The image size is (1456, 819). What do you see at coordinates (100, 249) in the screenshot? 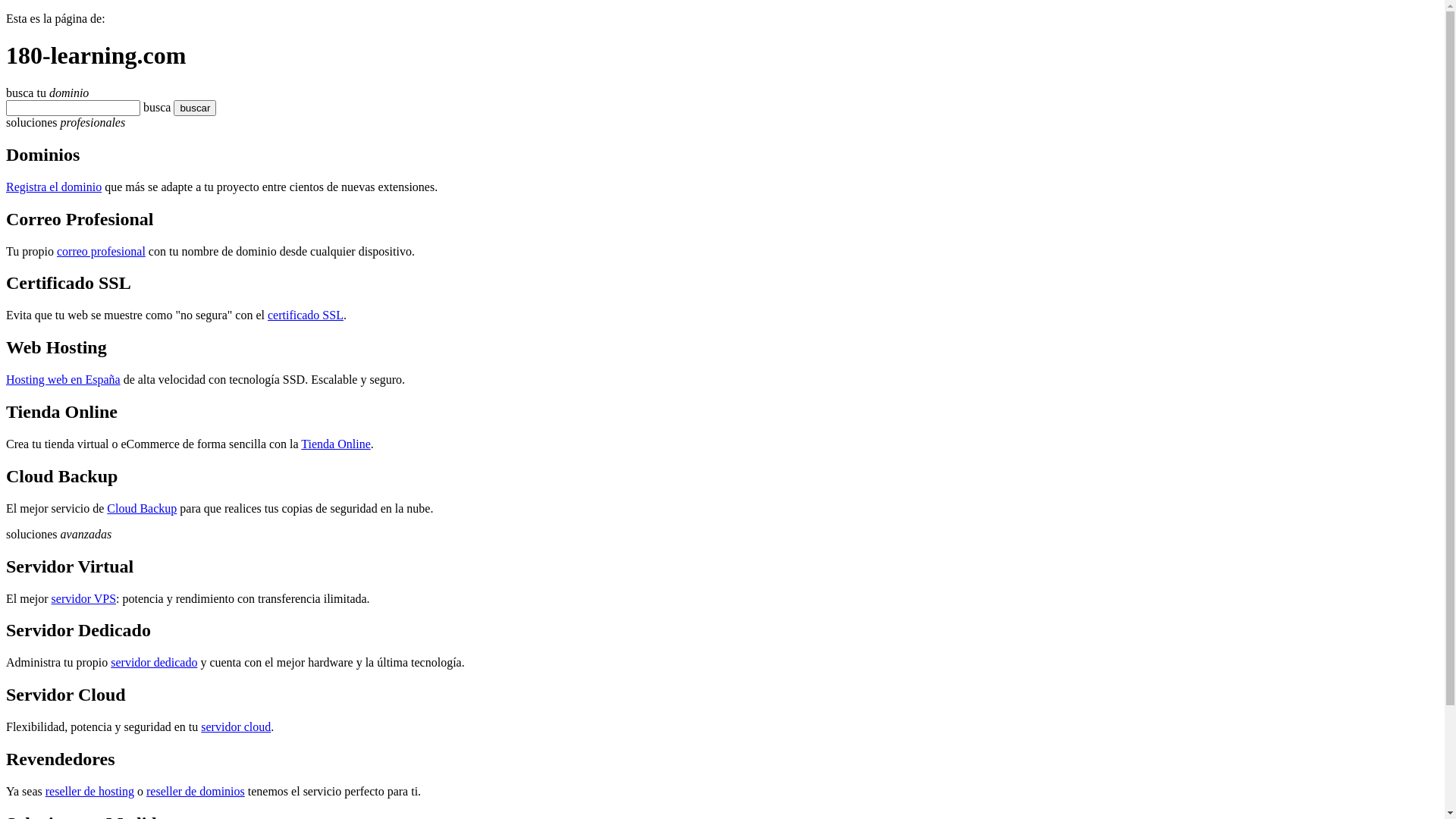
I see `'correo profesional'` at bounding box center [100, 249].